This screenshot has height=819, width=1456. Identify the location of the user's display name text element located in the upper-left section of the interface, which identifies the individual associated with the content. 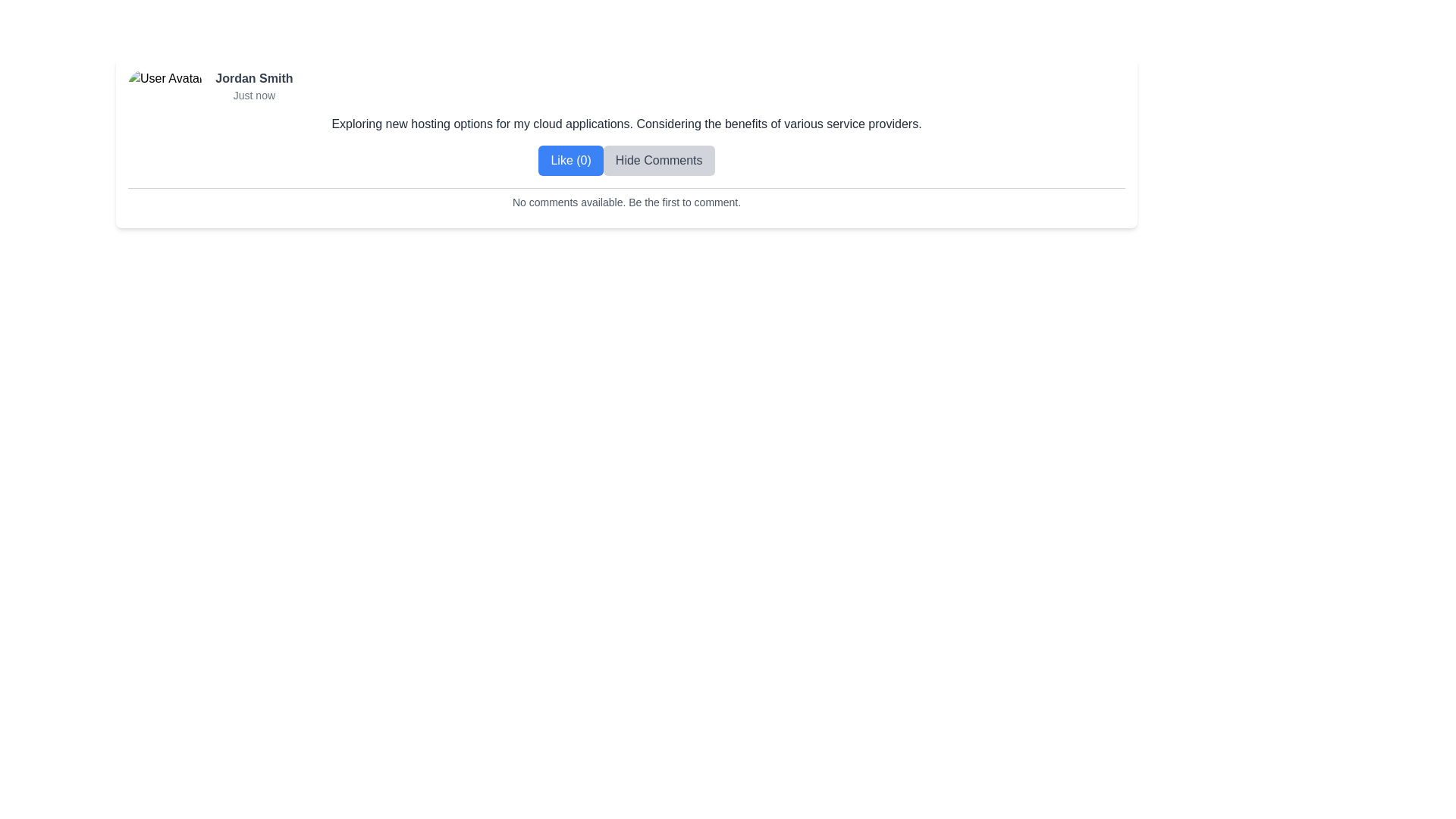
(254, 79).